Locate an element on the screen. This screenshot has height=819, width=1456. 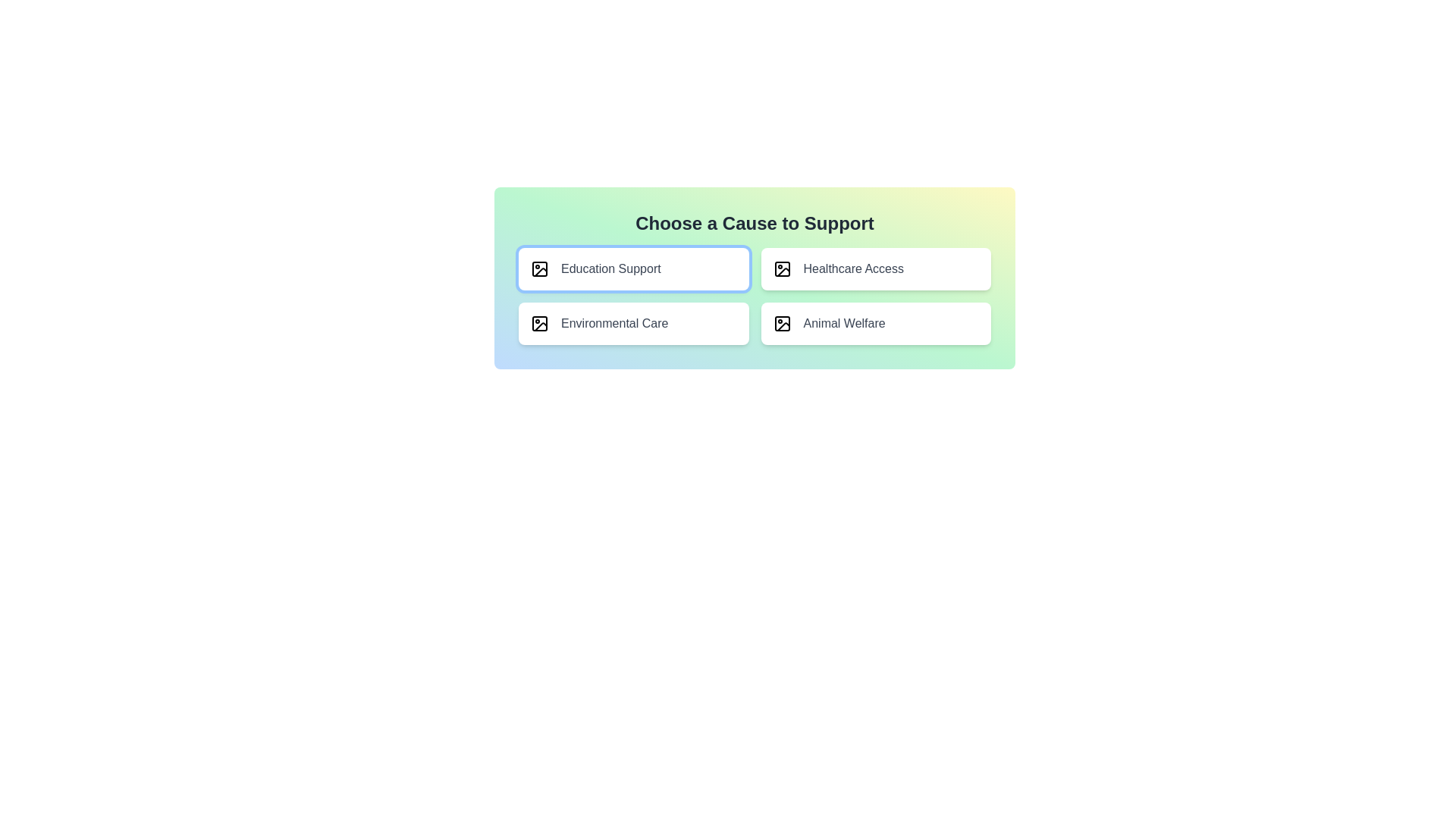
the 'Education Support' option selection item, which is the first option in the top row of a grid, contained within a card-like element with a white background and rounded corners is located at coordinates (595, 268).